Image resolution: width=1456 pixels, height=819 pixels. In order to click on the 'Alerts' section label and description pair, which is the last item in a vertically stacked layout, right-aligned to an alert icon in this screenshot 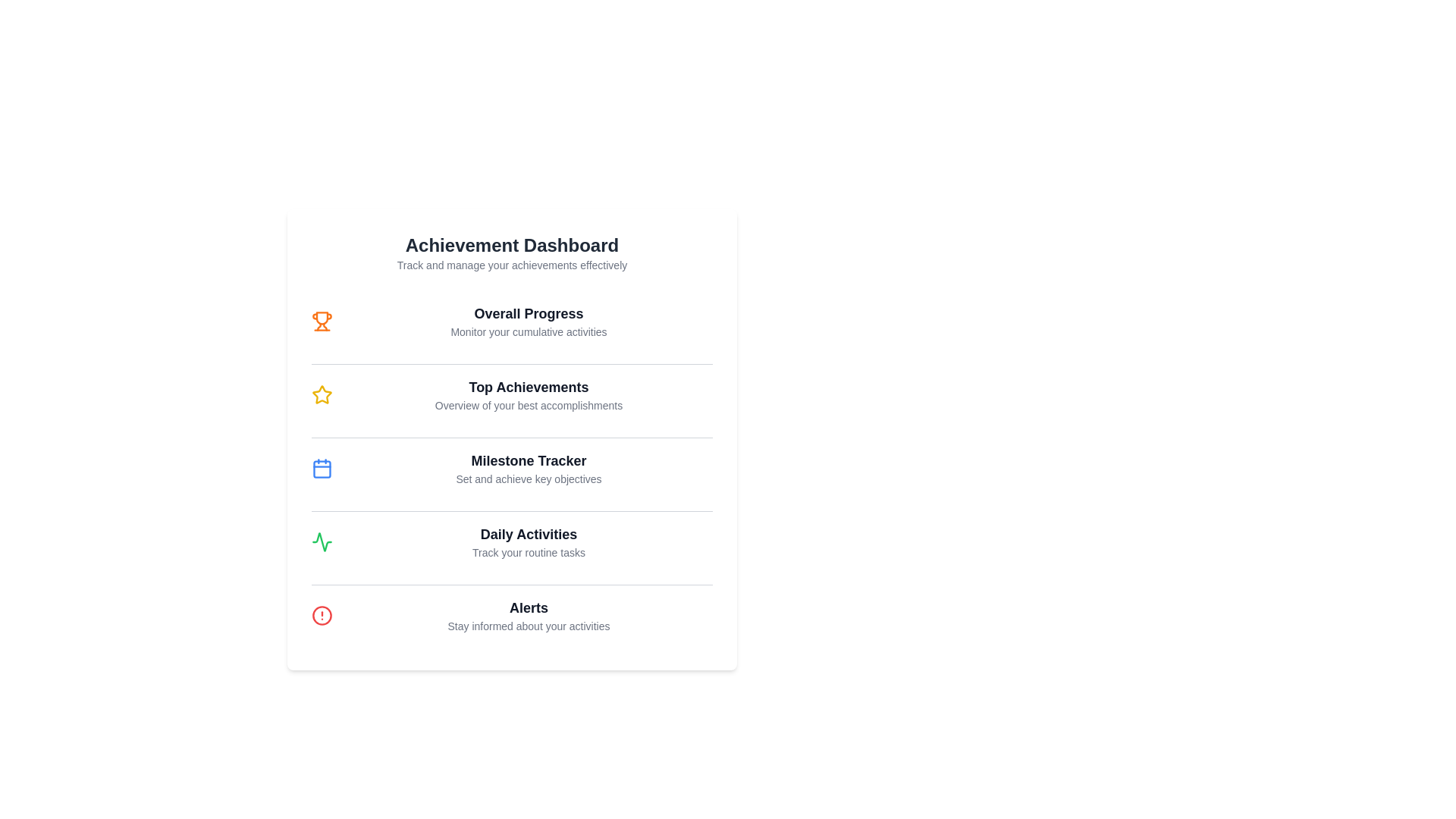, I will do `click(529, 616)`.